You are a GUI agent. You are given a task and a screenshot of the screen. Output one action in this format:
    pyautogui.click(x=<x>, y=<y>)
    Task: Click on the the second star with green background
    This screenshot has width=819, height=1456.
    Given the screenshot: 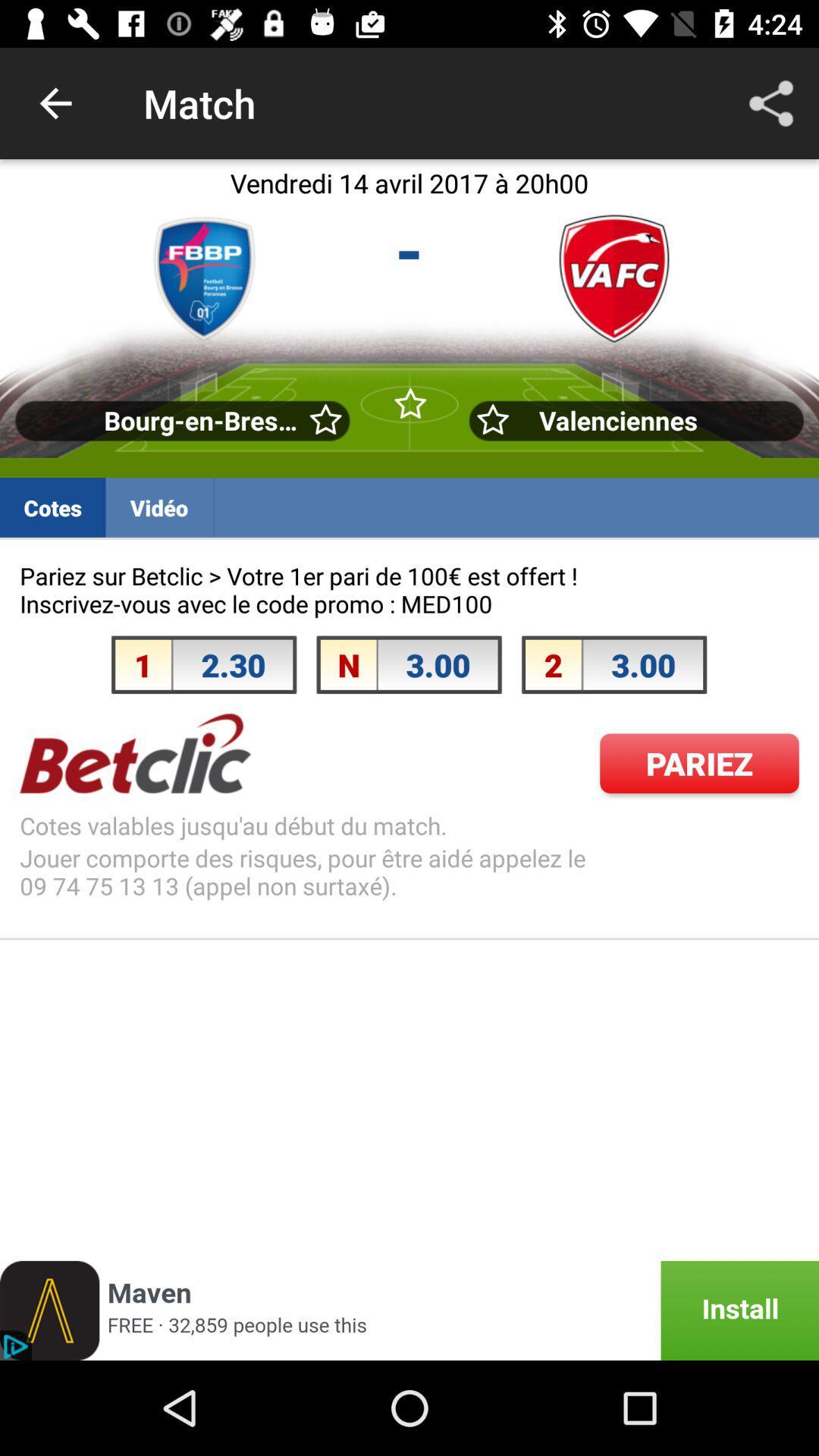 What is the action you would take?
    pyautogui.click(x=409, y=404)
    